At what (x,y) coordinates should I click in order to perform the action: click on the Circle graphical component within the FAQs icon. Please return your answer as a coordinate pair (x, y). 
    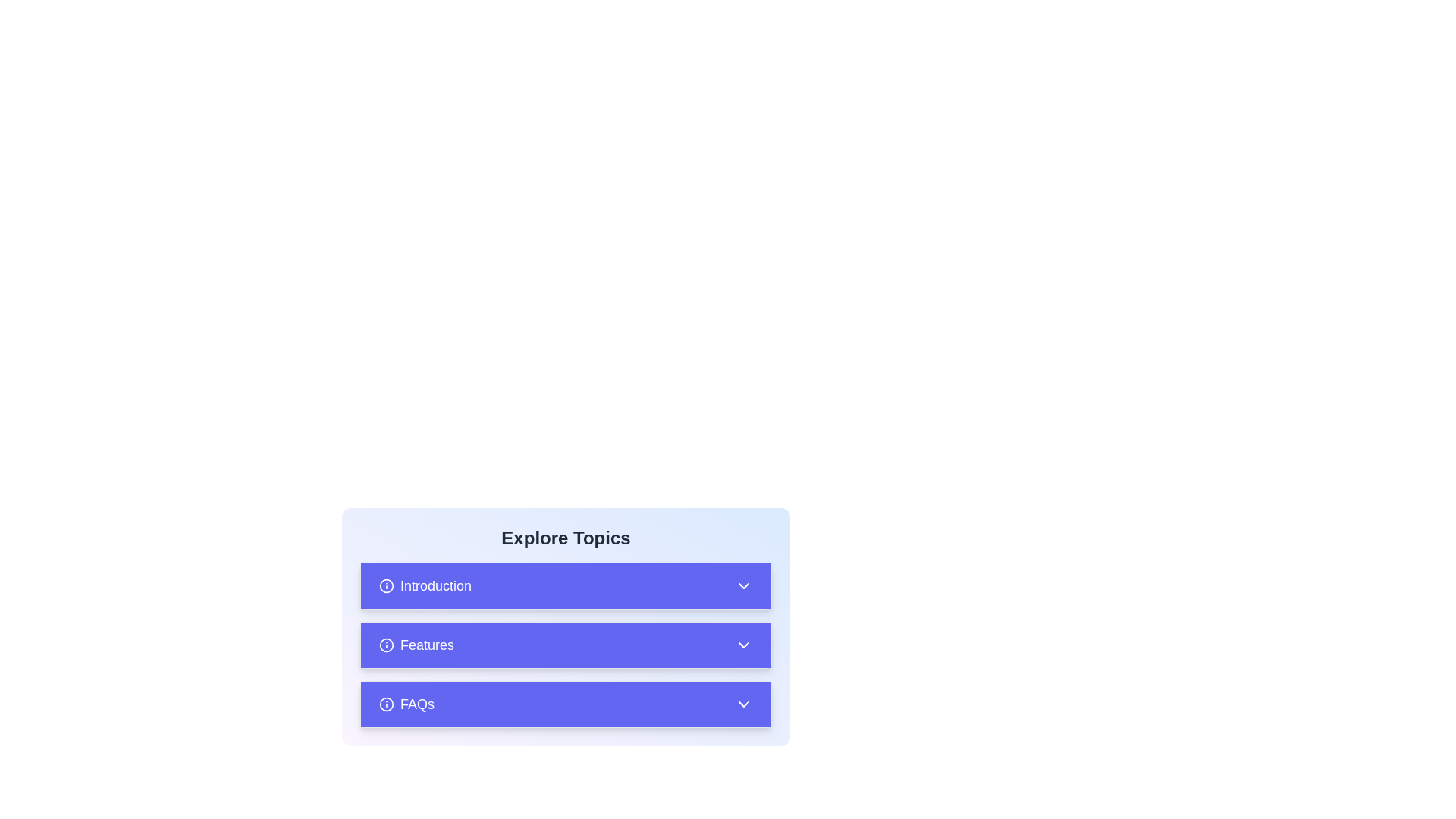
    Looking at the image, I should click on (386, 704).